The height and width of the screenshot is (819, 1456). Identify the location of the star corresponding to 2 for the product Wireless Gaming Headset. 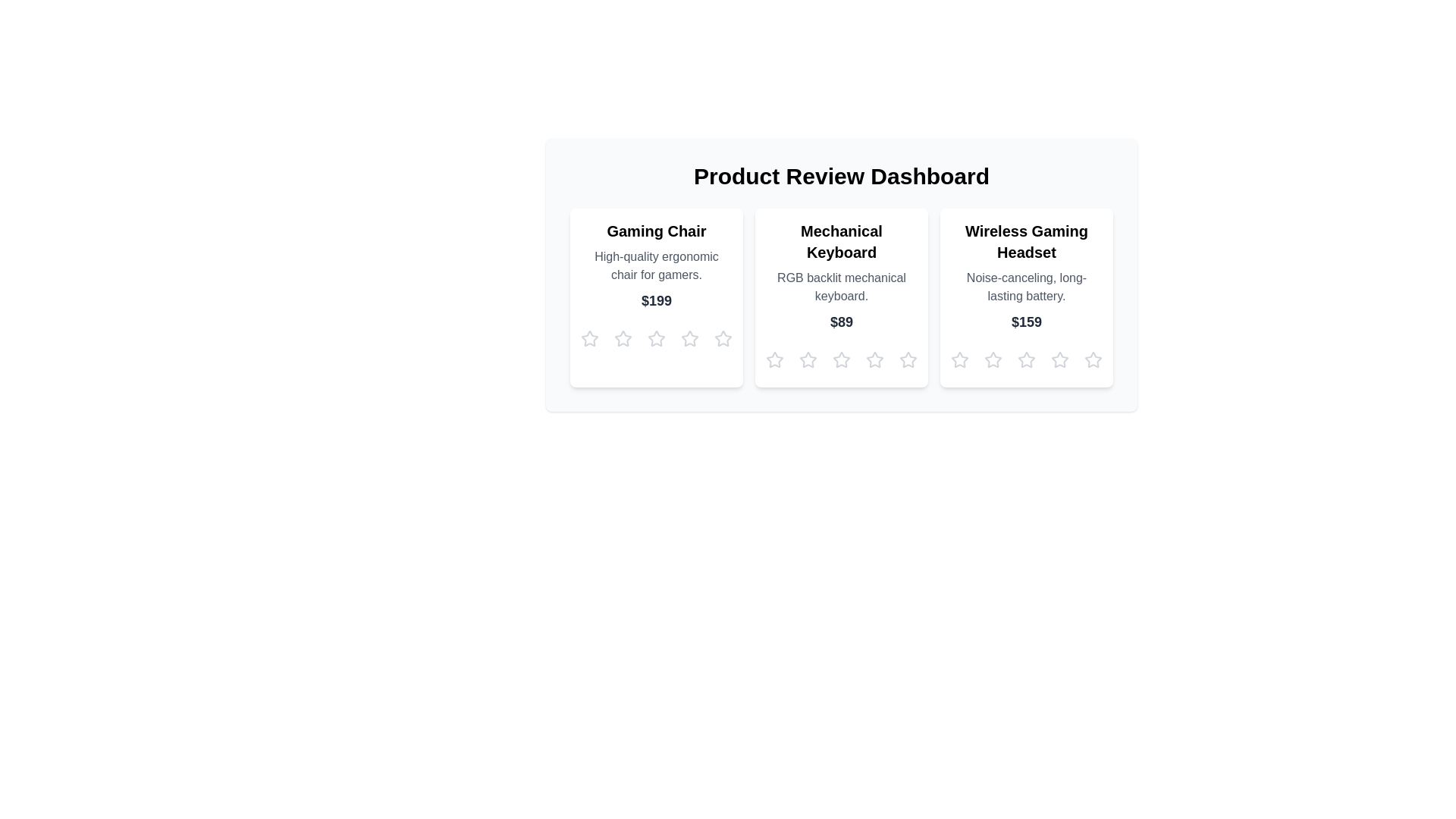
(993, 359).